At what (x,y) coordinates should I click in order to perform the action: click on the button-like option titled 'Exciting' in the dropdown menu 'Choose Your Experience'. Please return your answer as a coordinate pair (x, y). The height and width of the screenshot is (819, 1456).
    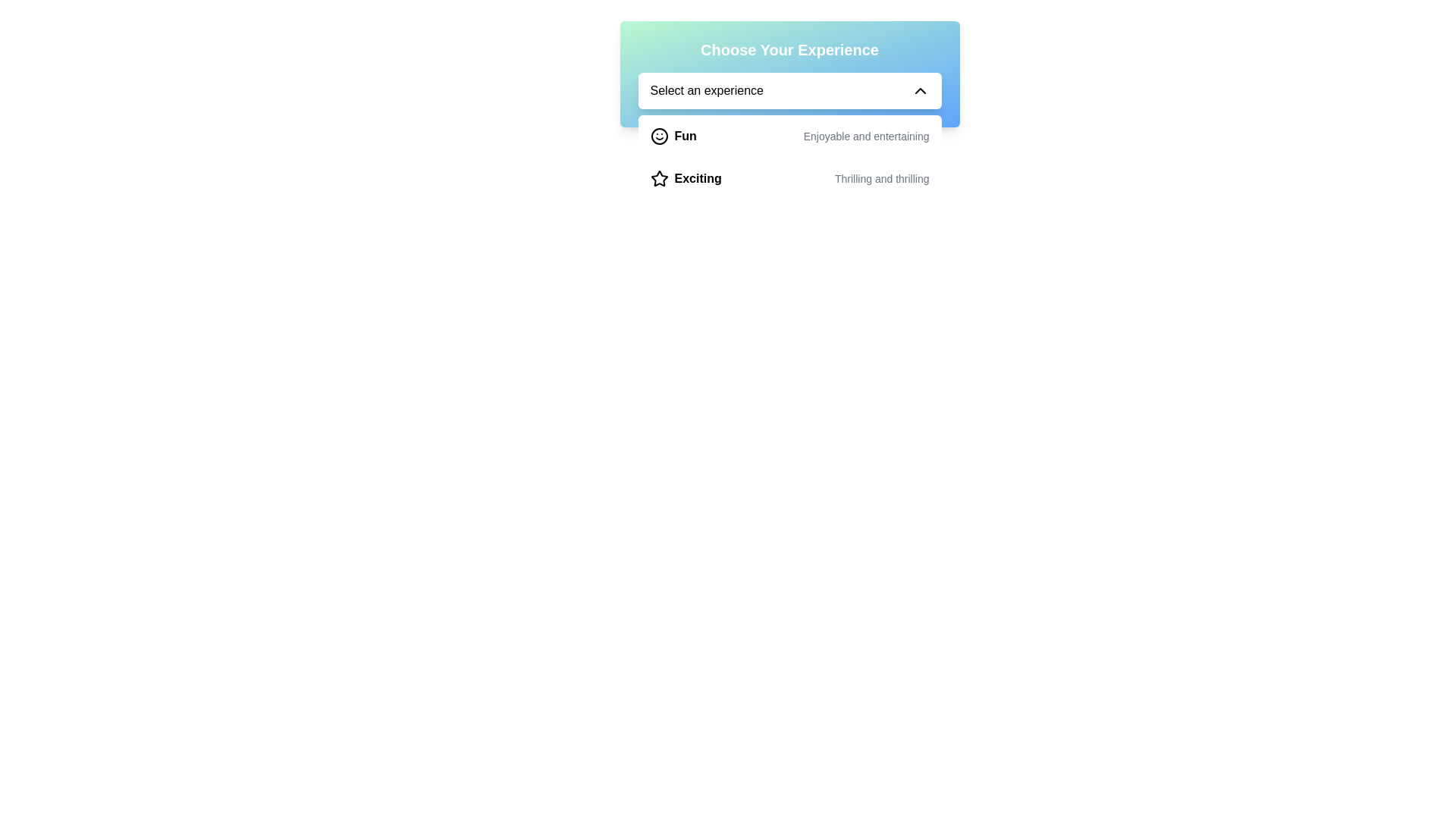
    Looking at the image, I should click on (789, 177).